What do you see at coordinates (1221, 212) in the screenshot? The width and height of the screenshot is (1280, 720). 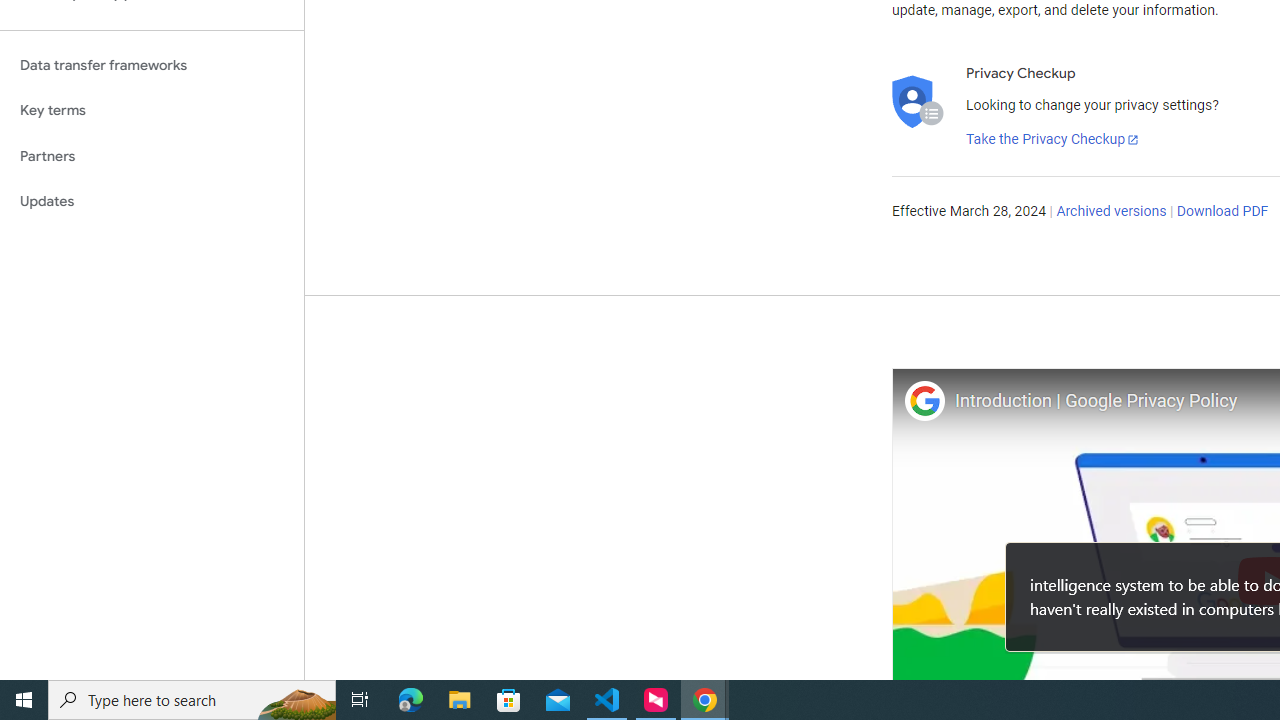 I see `'Download PDF'` at bounding box center [1221, 212].